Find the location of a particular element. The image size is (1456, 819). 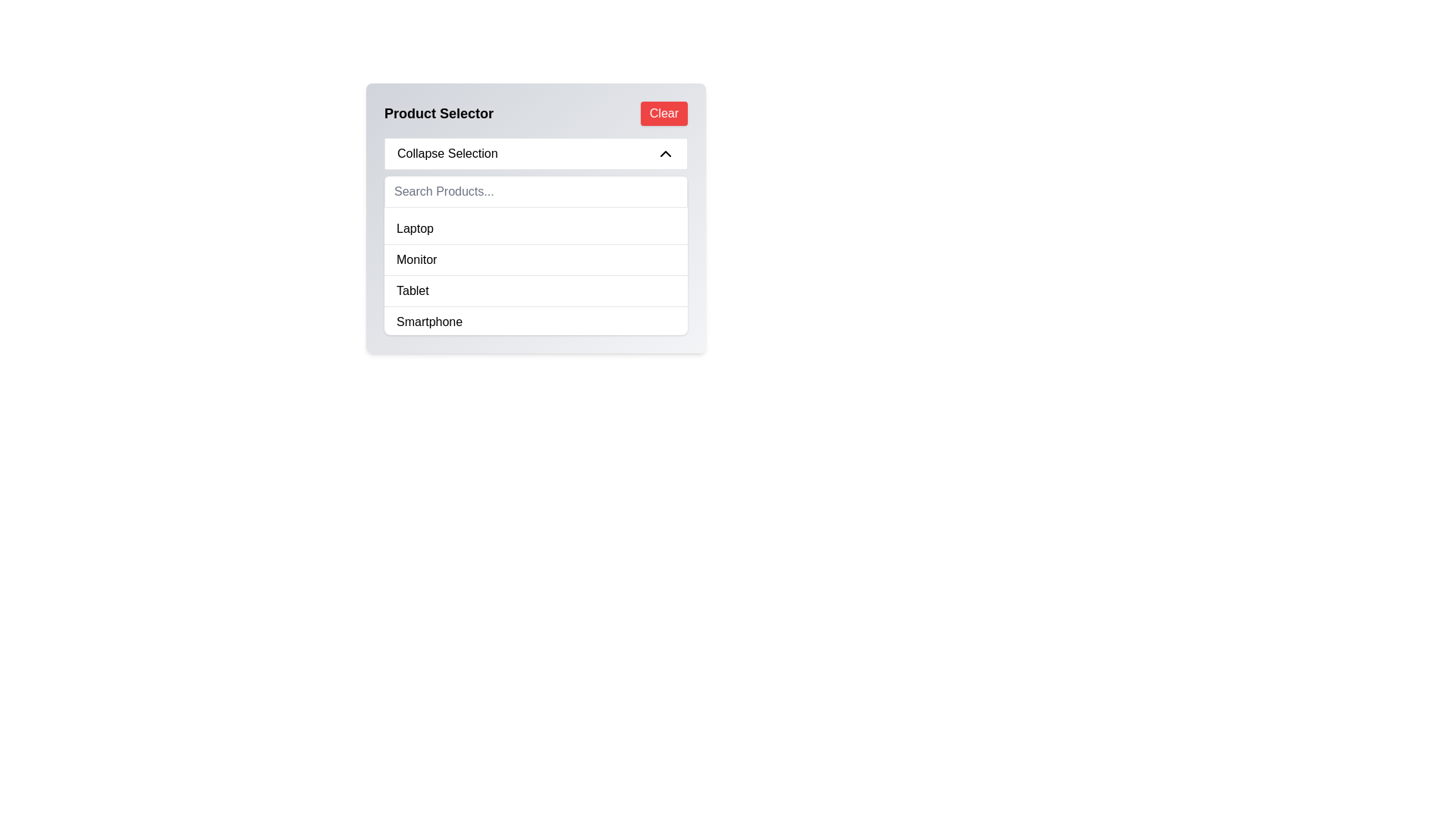

the search input field located below the 'Collapse Selection' dropdown to focus on it is located at coordinates (535, 191).